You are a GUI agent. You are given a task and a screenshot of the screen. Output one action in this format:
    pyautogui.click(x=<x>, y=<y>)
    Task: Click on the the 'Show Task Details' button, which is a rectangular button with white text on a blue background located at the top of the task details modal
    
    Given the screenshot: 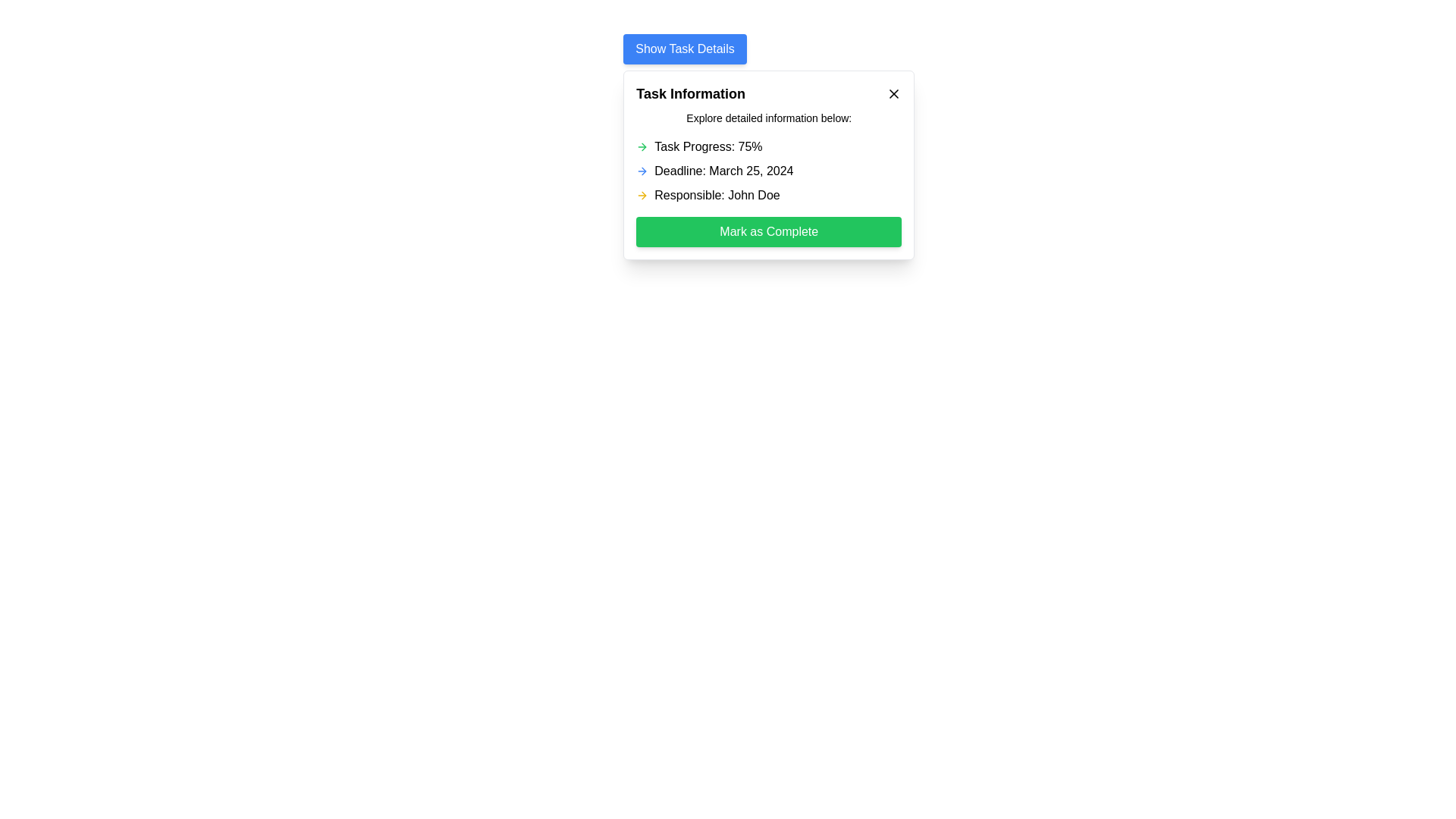 What is the action you would take?
    pyautogui.click(x=684, y=49)
    